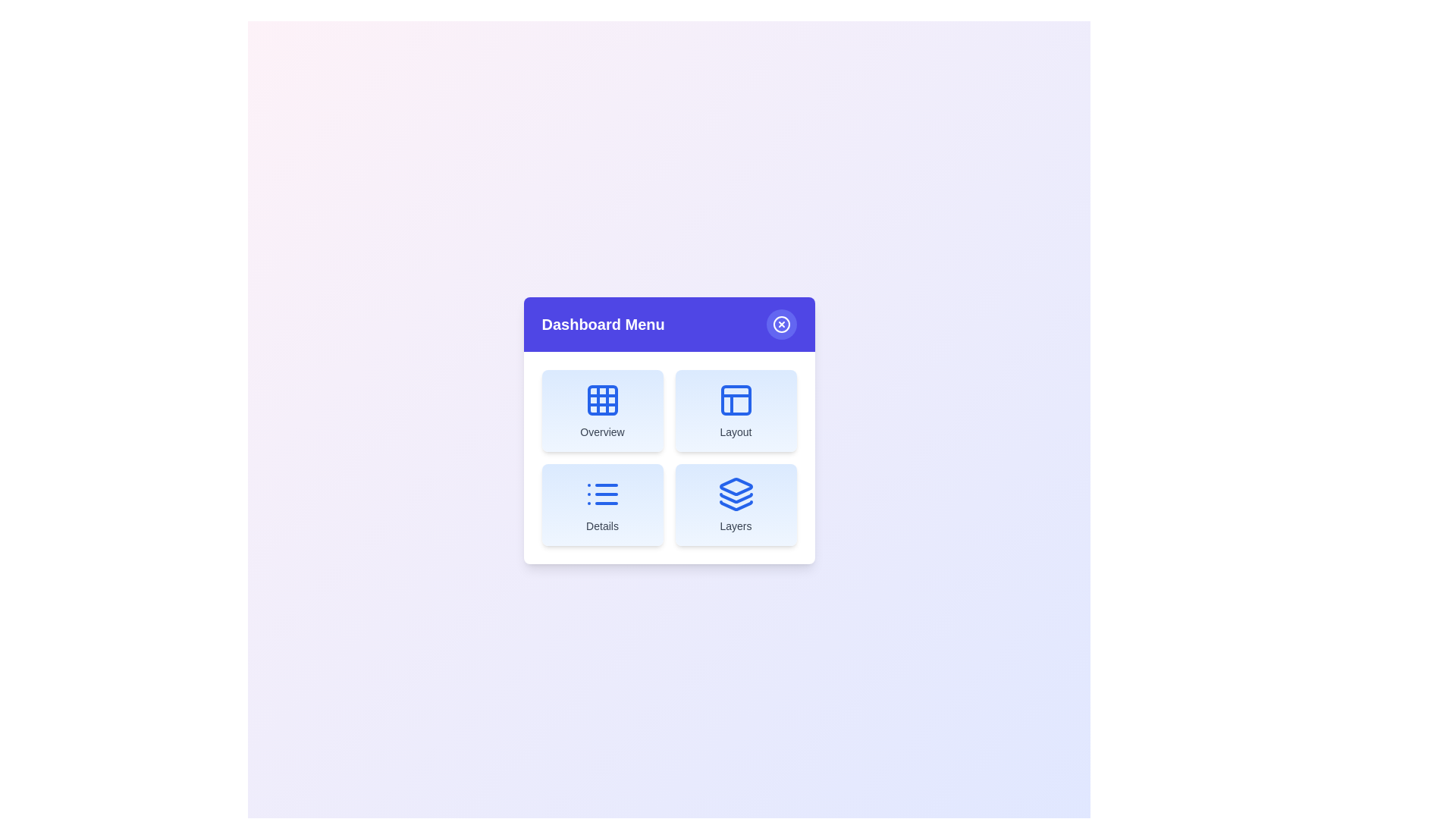 The width and height of the screenshot is (1456, 819). What do you see at coordinates (781, 324) in the screenshot?
I see `the toggle button to toggle the menu visibility` at bounding box center [781, 324].